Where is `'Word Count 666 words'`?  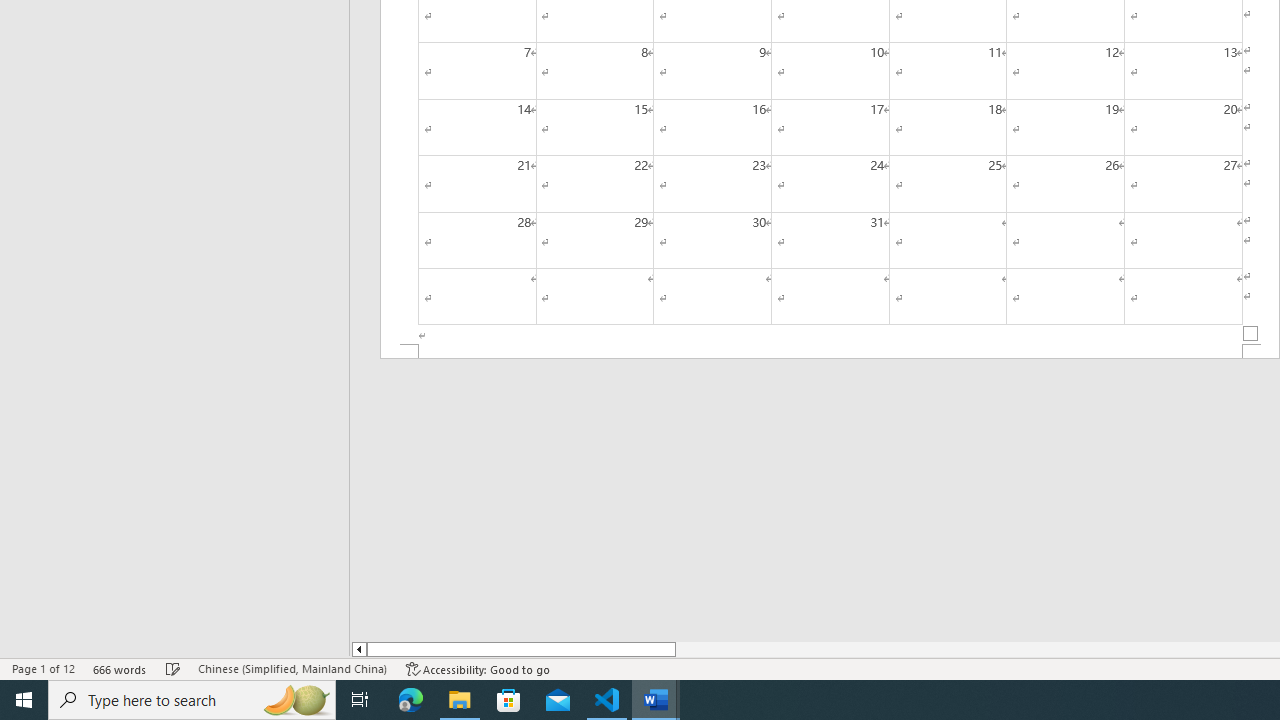 'Word Count 666 words' is located at coordinates (119, 669).